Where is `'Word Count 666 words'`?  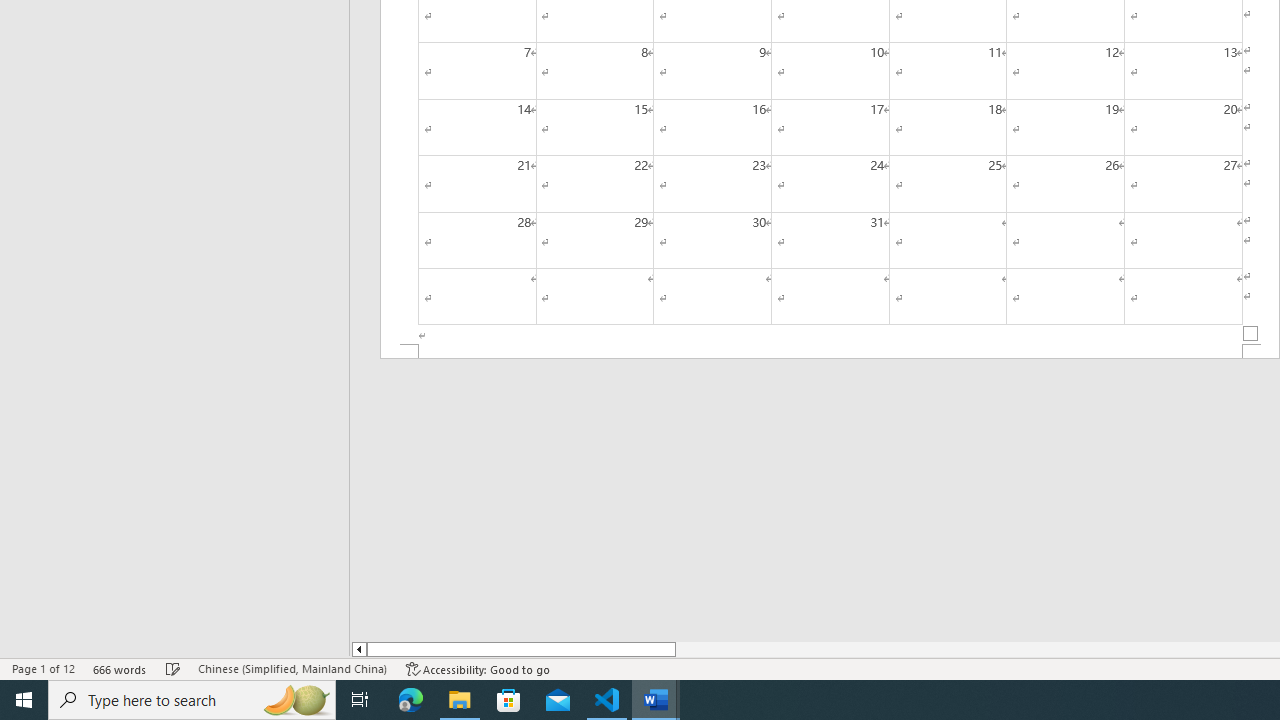 'Word Count 666 words' is located at coordinates (119, 669).